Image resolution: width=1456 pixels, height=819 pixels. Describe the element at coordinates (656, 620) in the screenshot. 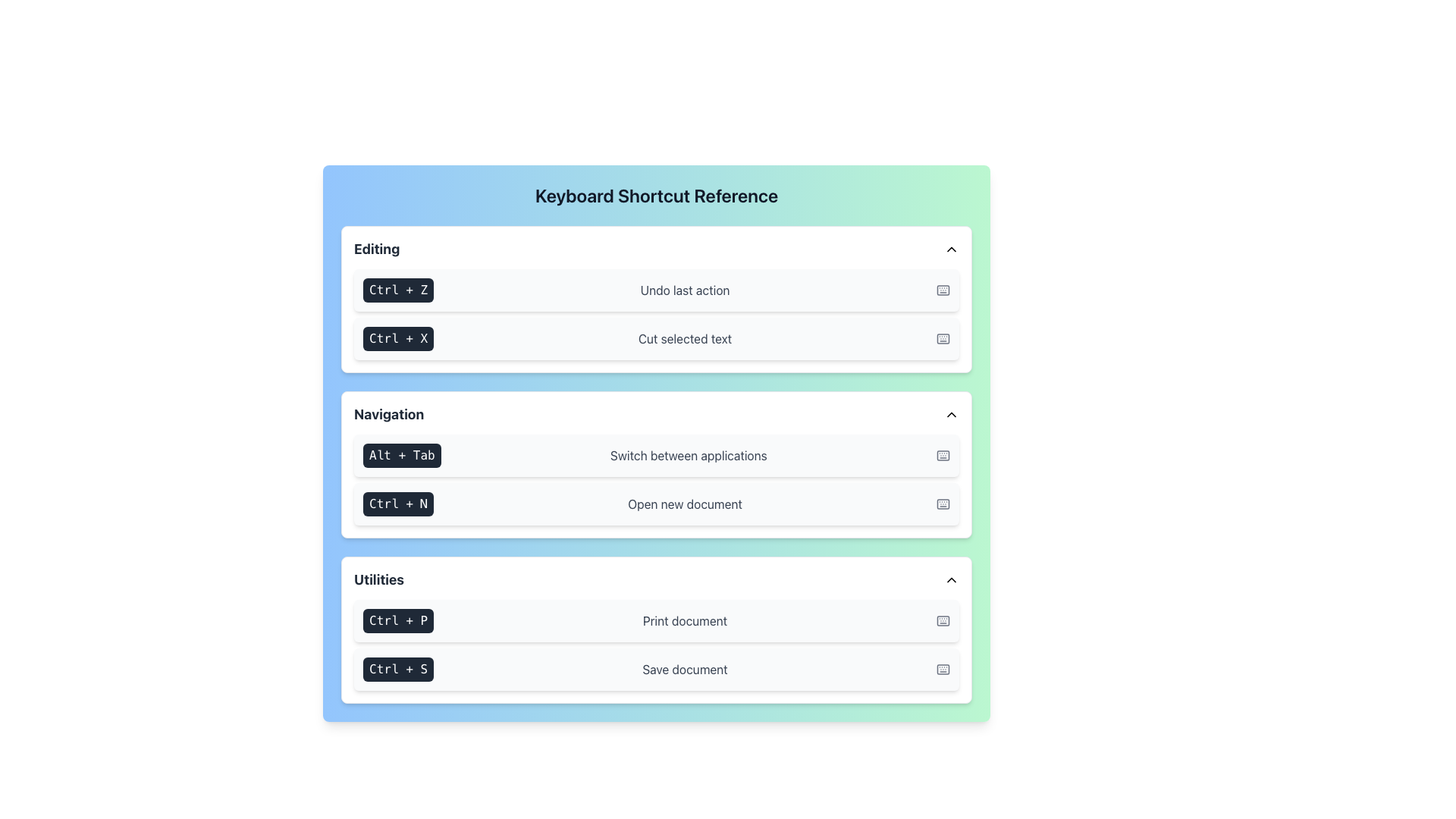

I see `keyboard shortcut description for 'Print document' which is displayed as 'Ctrl + P' in the first row item under the 'Utilities' section` at that location.